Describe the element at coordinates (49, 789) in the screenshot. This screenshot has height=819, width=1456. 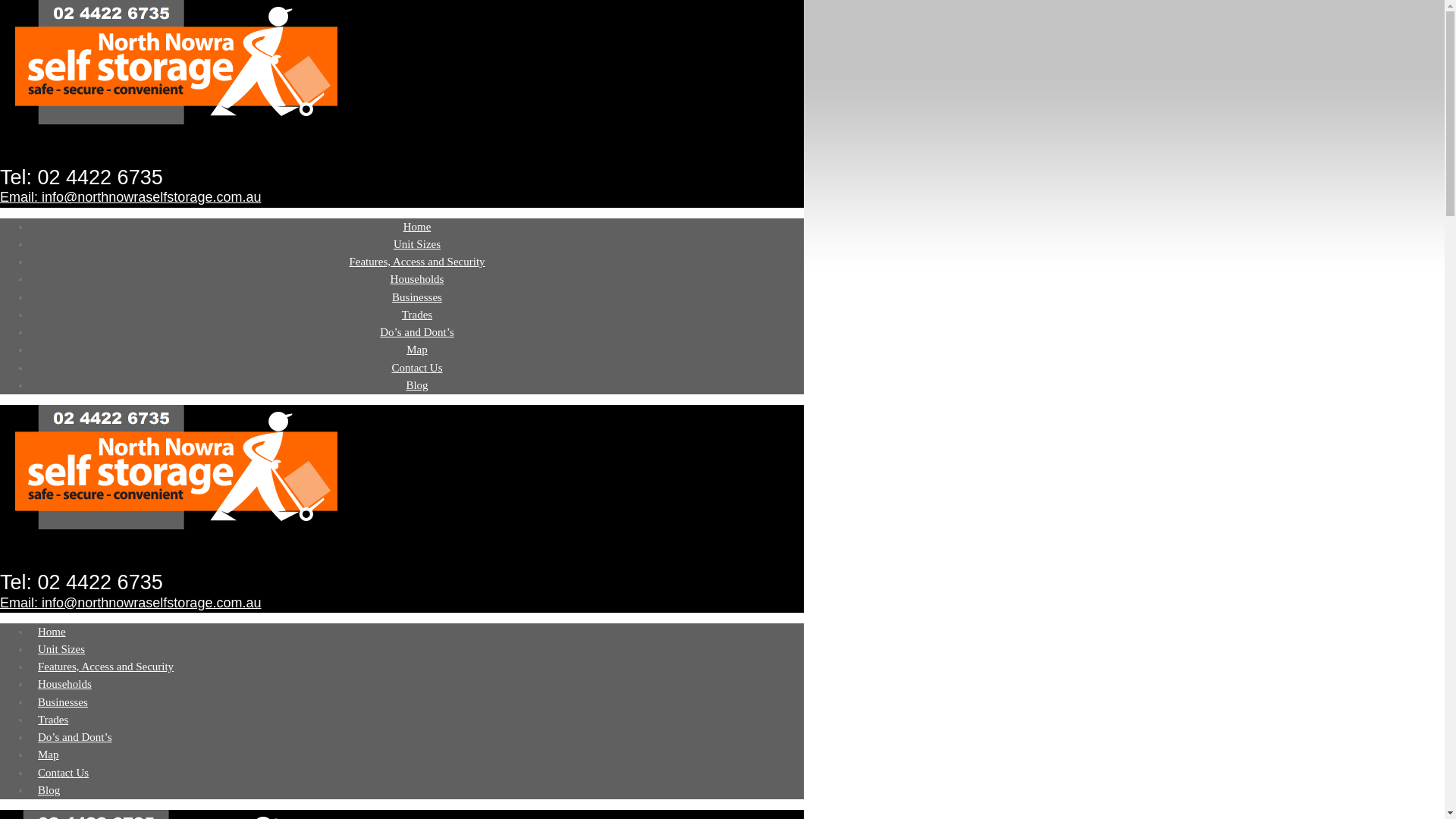
I see `'Blog'` at that location.